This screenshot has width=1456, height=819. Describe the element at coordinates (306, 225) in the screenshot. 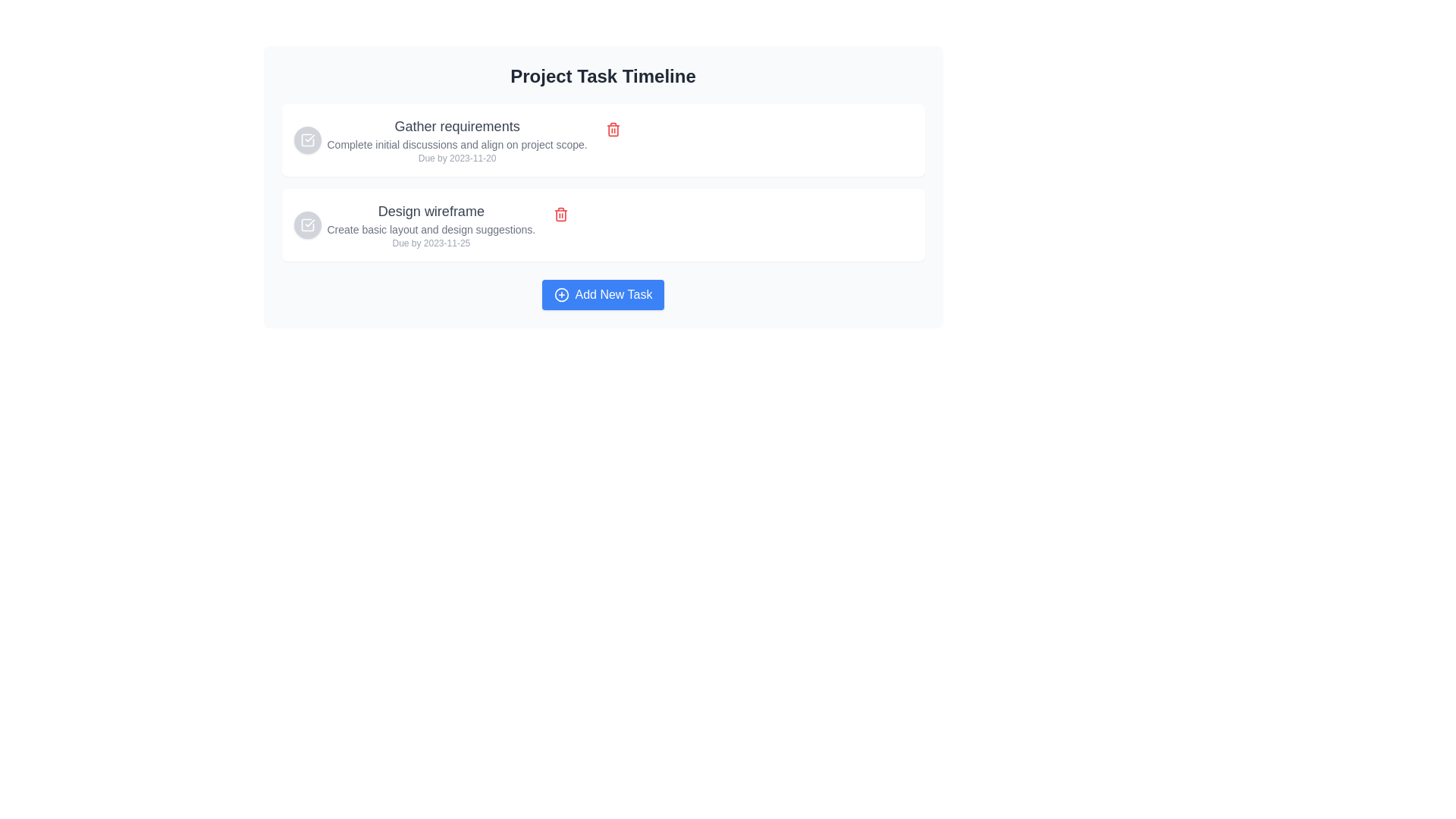

I see `the status indicator icon located to the left of the 'Design wireframe' task` at that location.